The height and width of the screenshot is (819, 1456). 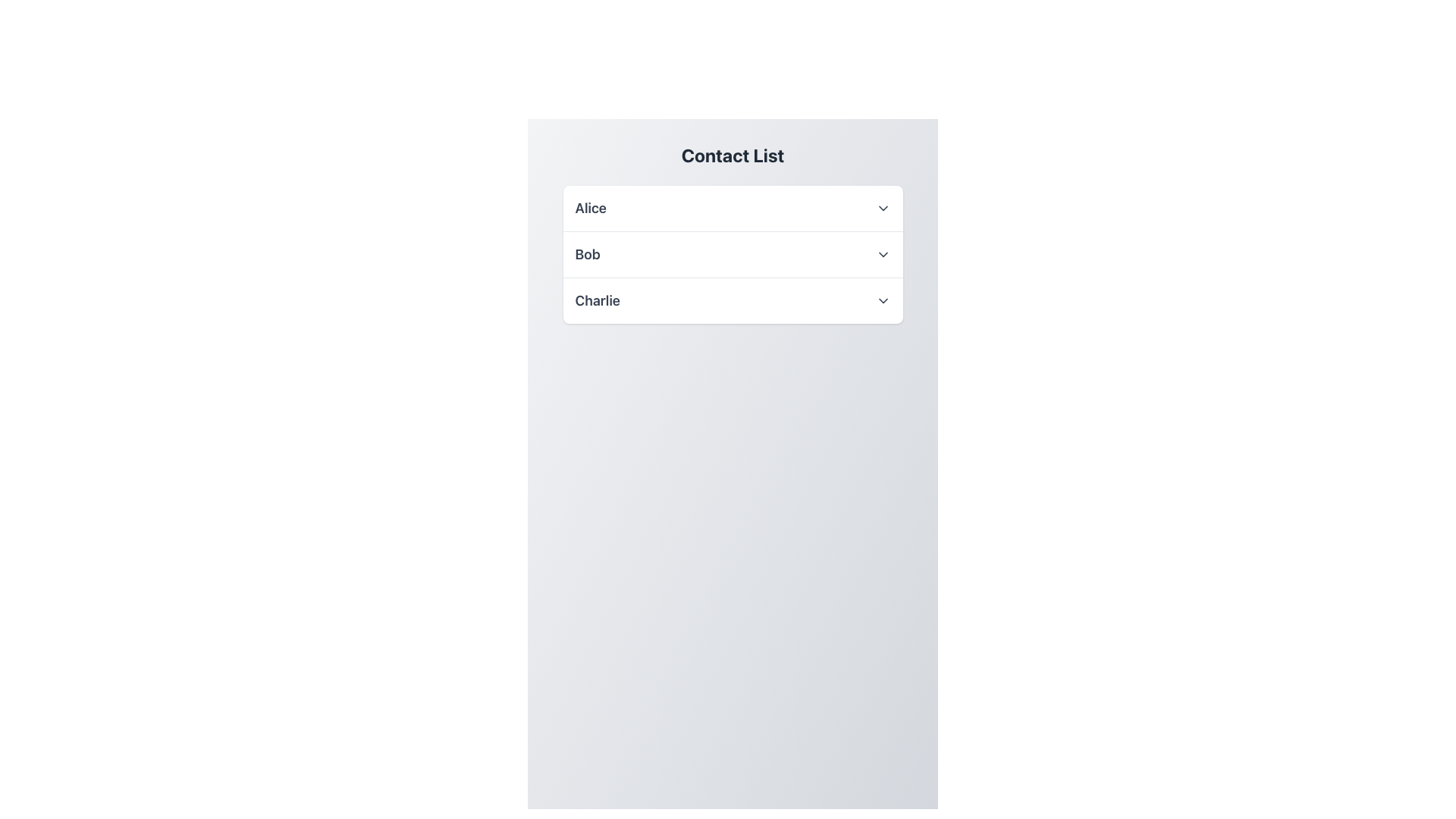 What do you see at coordinates (883, 253) in the screenshot?
I see `the Chevron-down icon located to the right of the text 'Bob'` at bounding box center [883, 253].